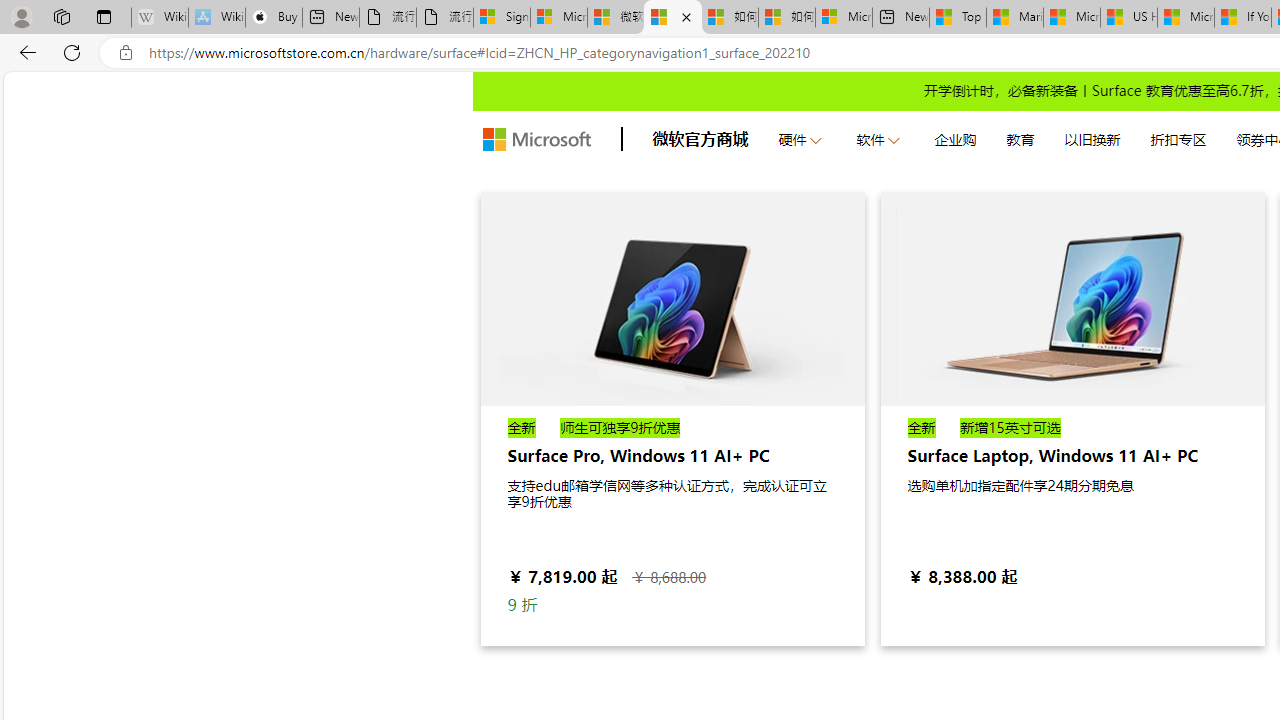 The image size is (1280, 720). What do you see at coordinates (957, 17) in the screenshot?
I see `'Top Stories - MSN'` at bounding box center [957, 17].